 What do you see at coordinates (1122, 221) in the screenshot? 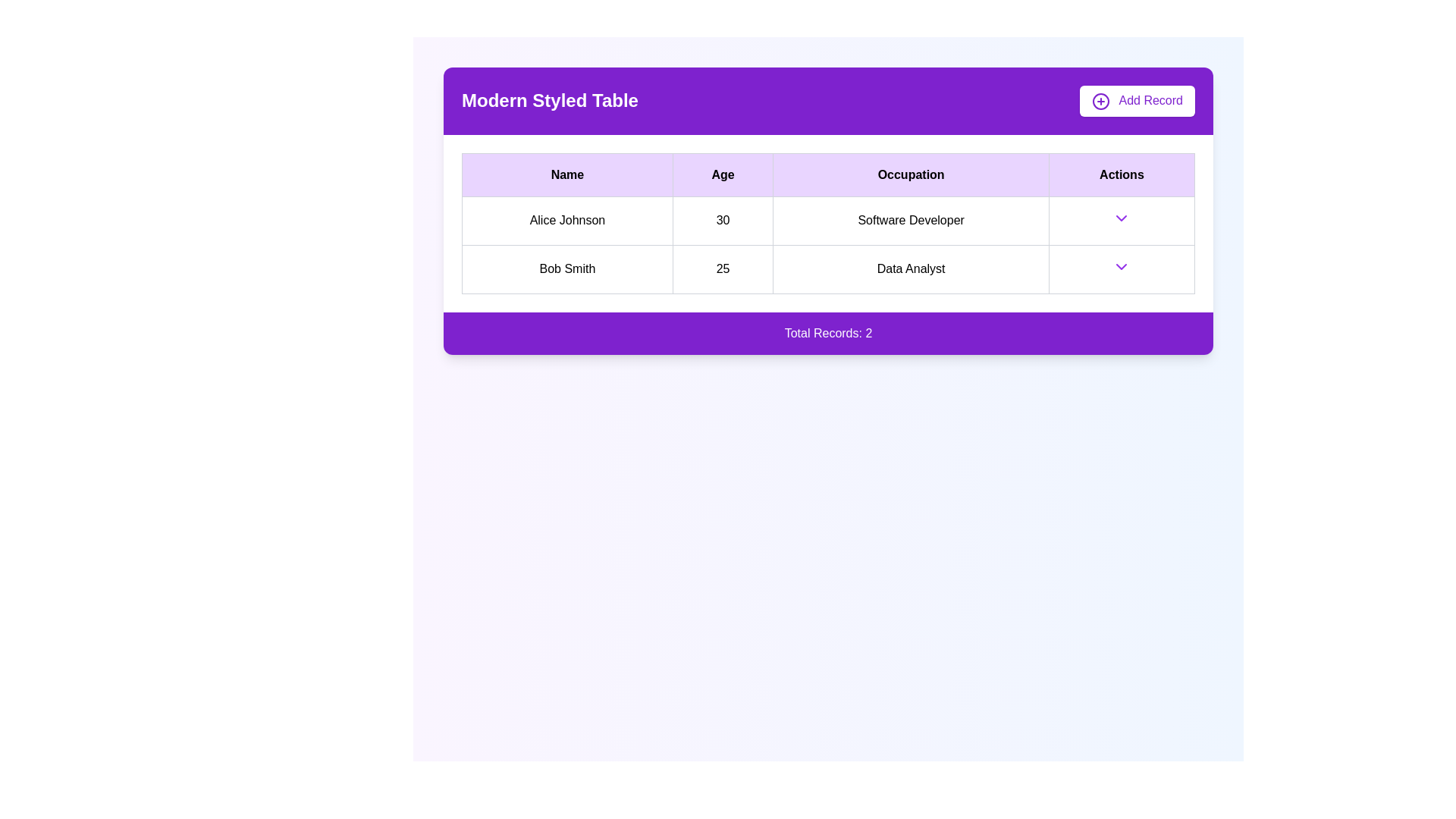
I see `the small purple arrow dropdown toggle located in the 'Actions' column of the row for 'Alice Johnson'` at bounding box center [1122, 221].